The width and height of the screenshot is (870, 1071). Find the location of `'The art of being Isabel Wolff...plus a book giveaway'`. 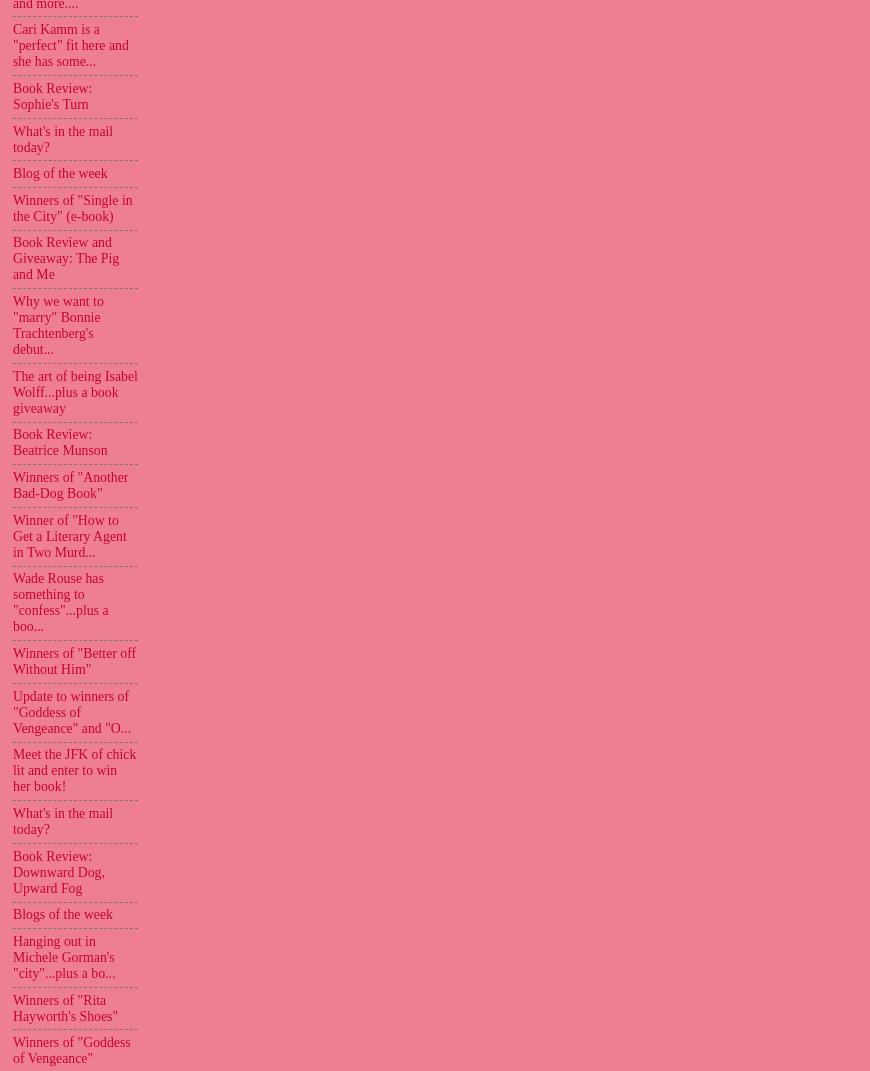

'The art of being Isabel Wolff...plus a book giveaway' is located at coordinates (73, 391).